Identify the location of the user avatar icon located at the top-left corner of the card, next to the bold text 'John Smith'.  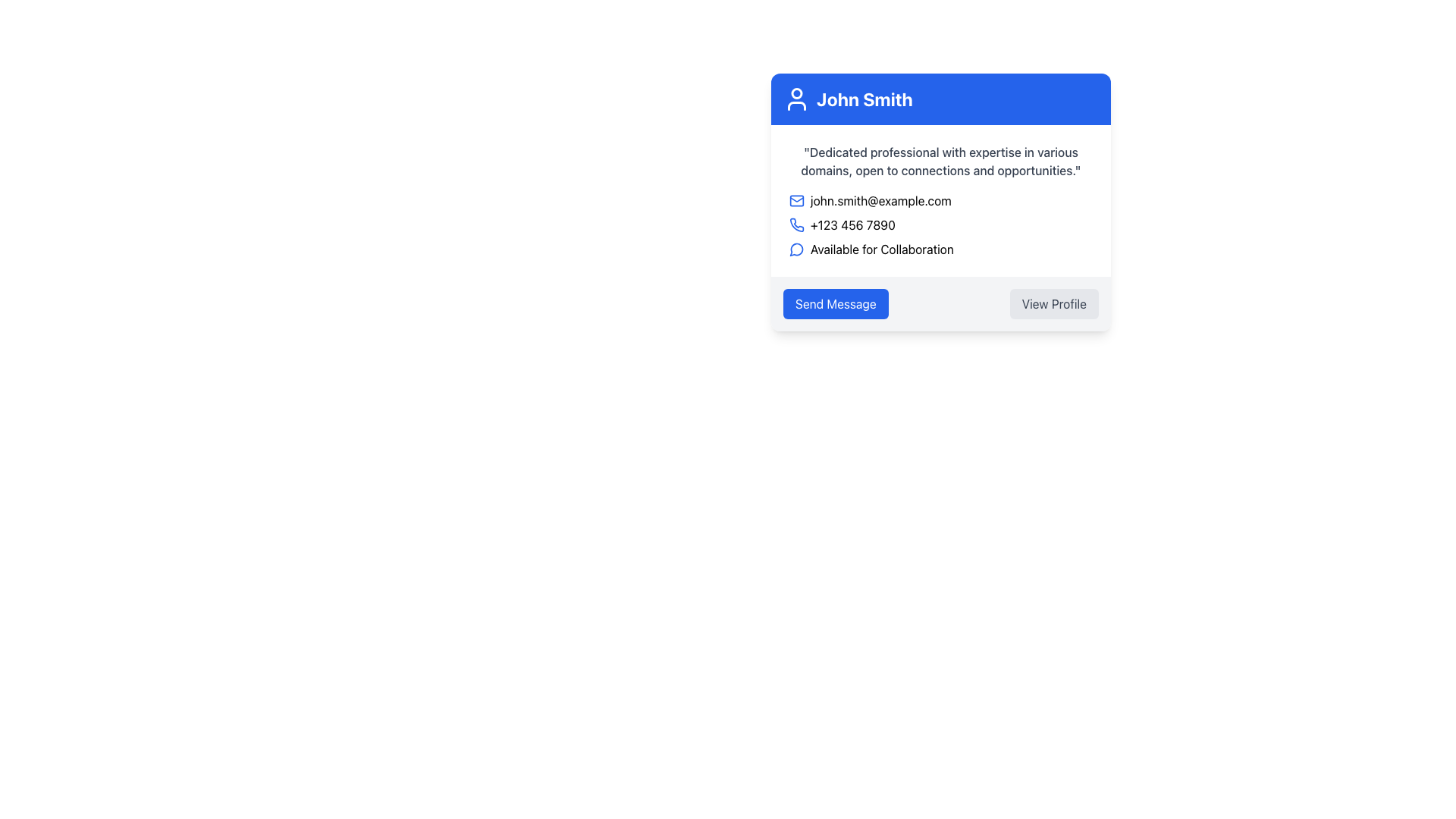
(796, 99).